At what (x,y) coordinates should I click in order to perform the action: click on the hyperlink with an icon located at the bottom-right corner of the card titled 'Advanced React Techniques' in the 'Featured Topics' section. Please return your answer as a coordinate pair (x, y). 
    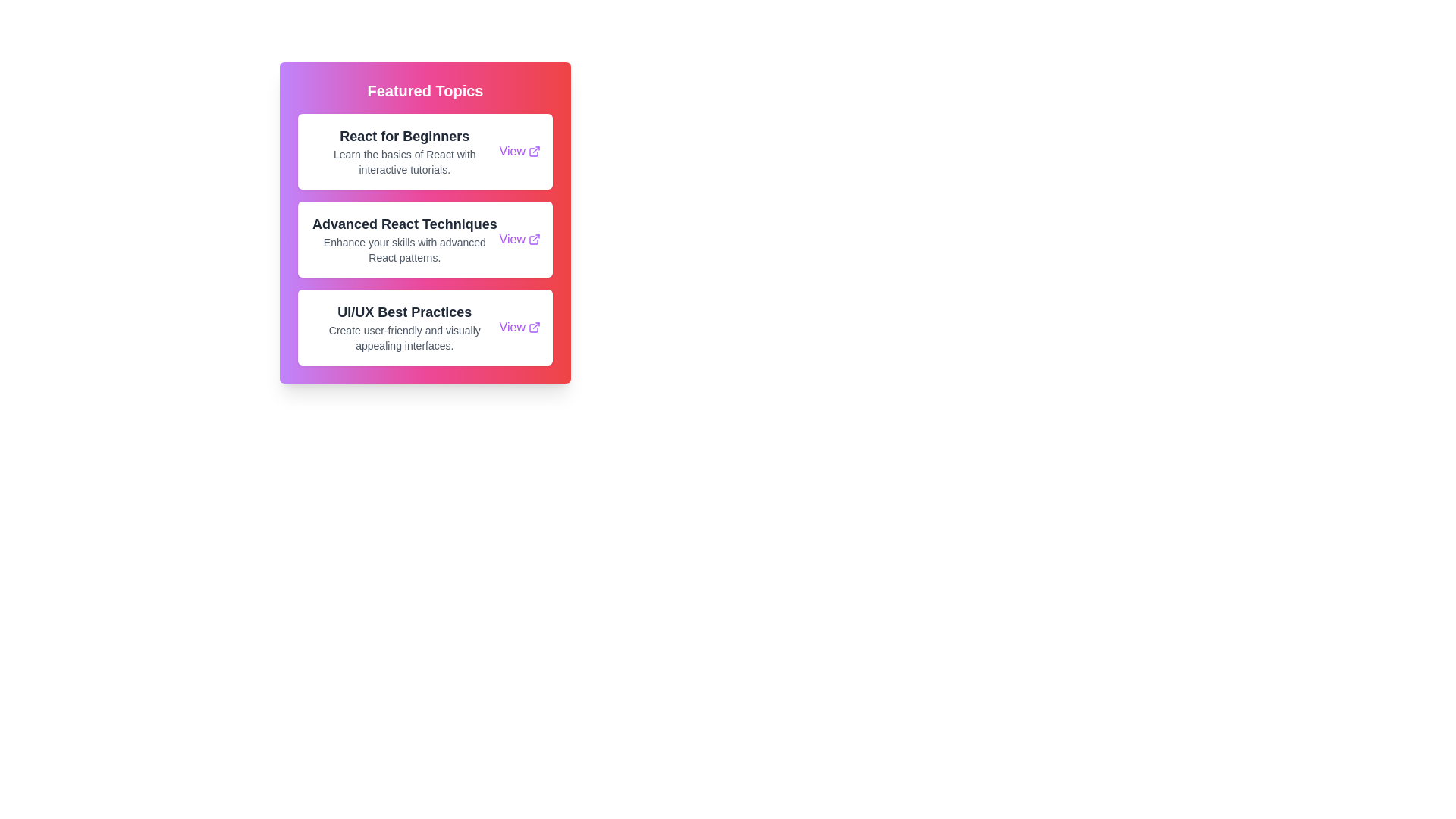
    Looking at the image, I should click on (519, 239).